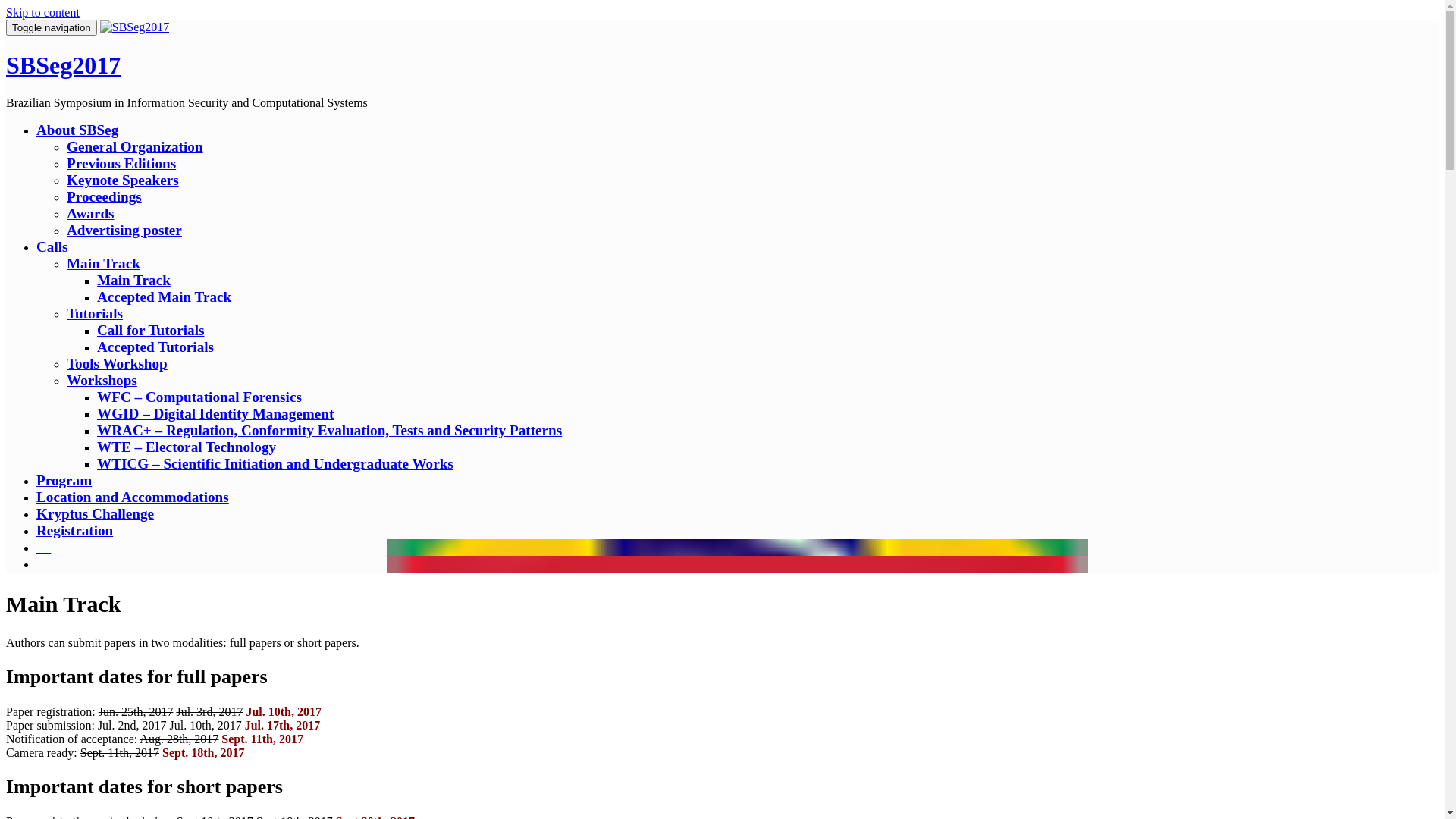 This screenshot has width=1456, height=819. Describe the element at coordinates (116, 363) in the screenshot. I see `'Tools Workshop'` at that location.